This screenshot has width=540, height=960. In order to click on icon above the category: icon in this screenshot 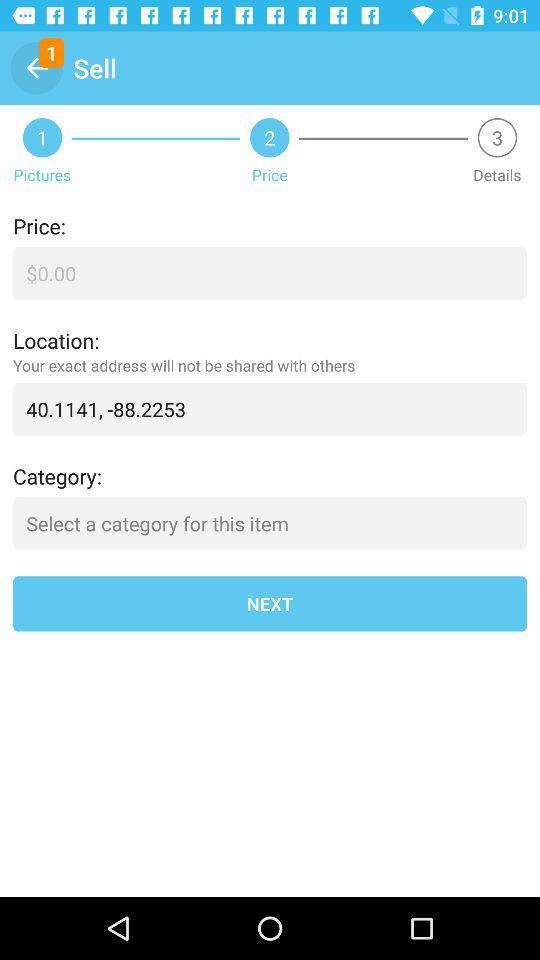, I will do `click(270, 408)`.